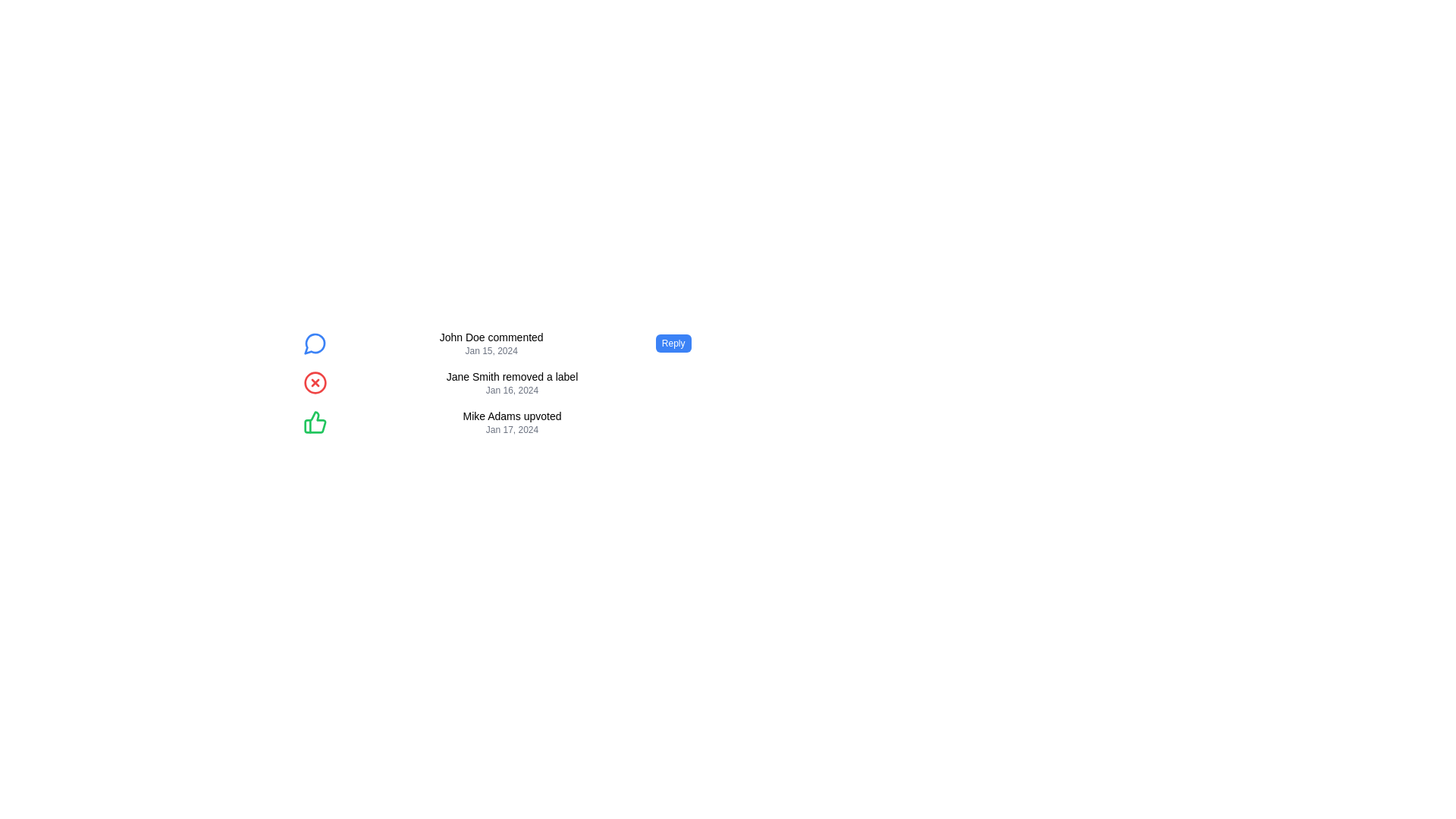 This screenshot has width=1456, height=819. I want to click on text label displaying 'Mike Adams upvoted' with the date 'Jan 17, 2024' located below 'Jane Smith removed a label', so click(512, 422).